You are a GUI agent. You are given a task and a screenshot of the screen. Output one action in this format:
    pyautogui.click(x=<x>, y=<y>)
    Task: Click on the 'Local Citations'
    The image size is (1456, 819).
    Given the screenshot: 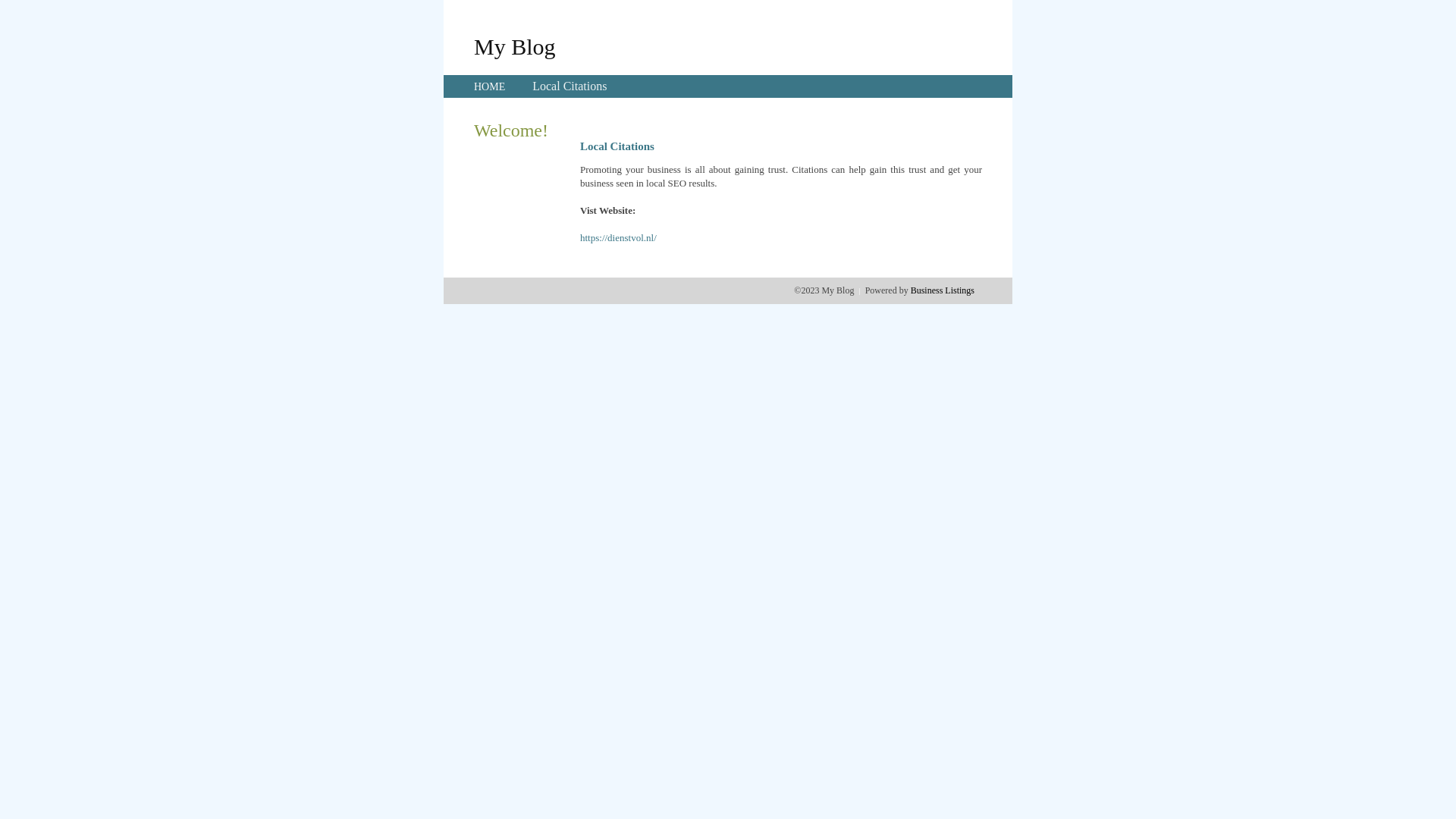 What is the action you would take?
    pyautogui.click(x=568, y=86)
    